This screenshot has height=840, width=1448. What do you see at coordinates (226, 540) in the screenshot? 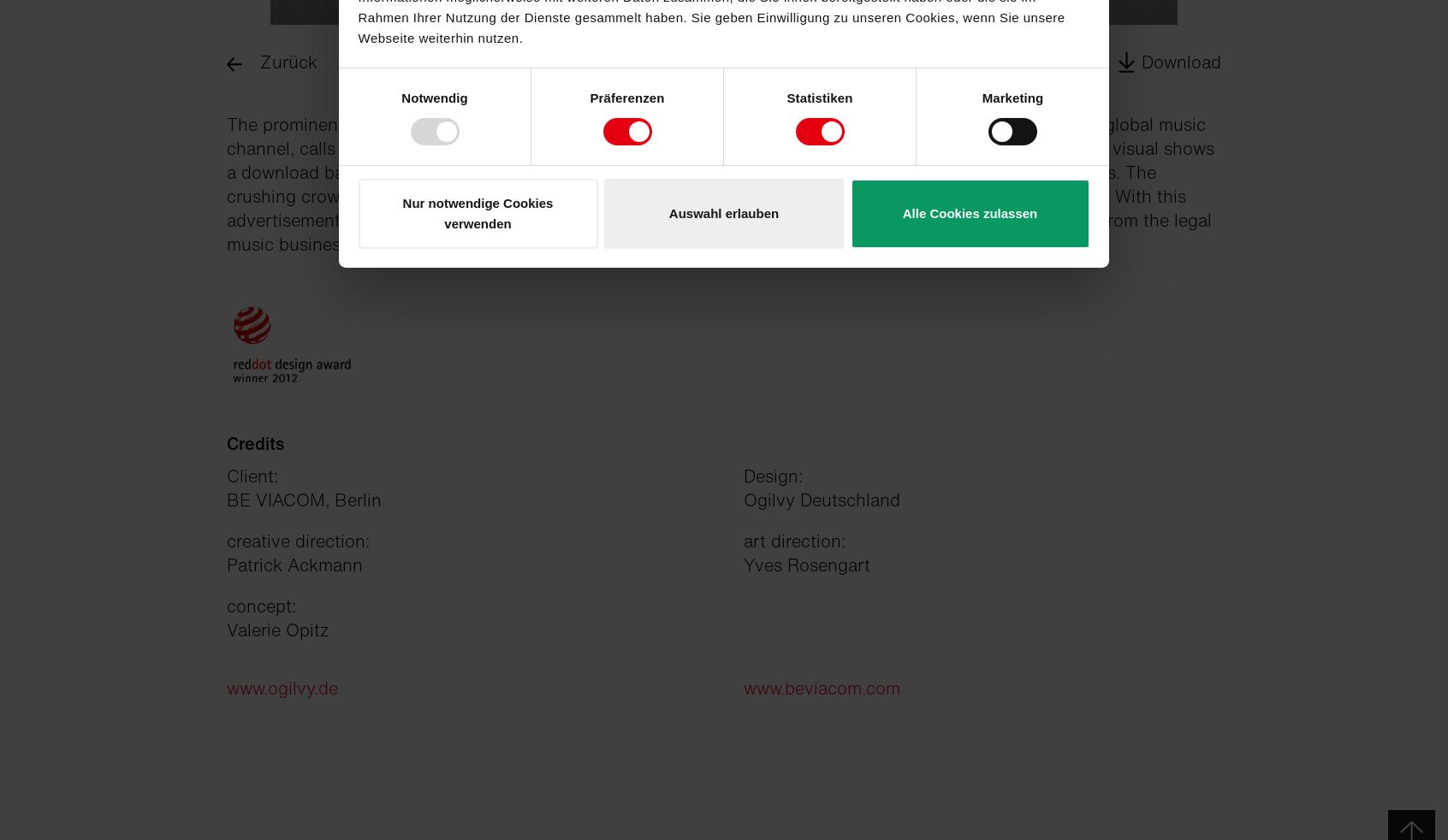
I see `'creative direction'` at bounding box center [226, 540].